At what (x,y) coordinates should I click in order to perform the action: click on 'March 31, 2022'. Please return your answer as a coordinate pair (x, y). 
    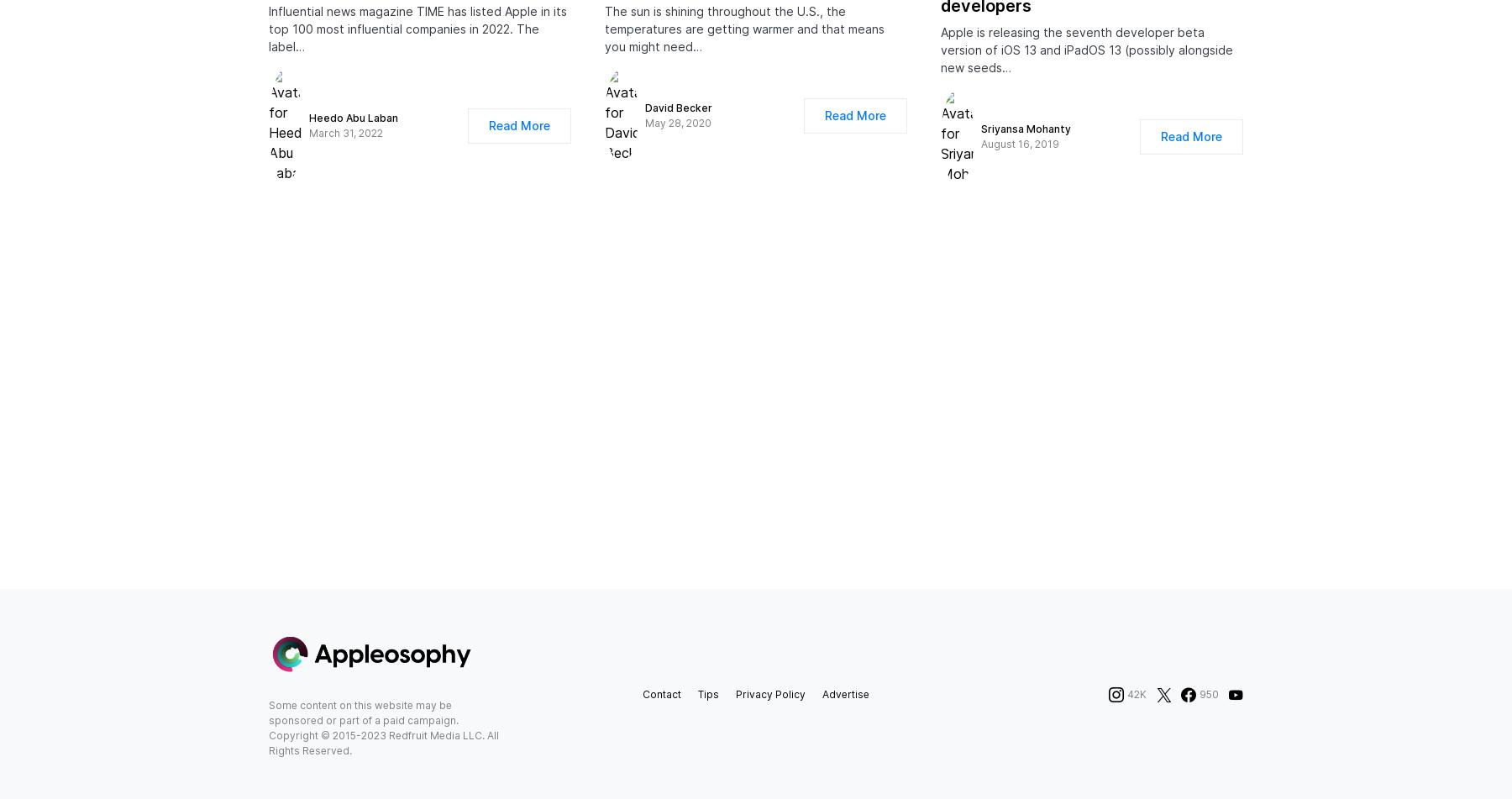
    Looking at the image, I should click on (346, 150).